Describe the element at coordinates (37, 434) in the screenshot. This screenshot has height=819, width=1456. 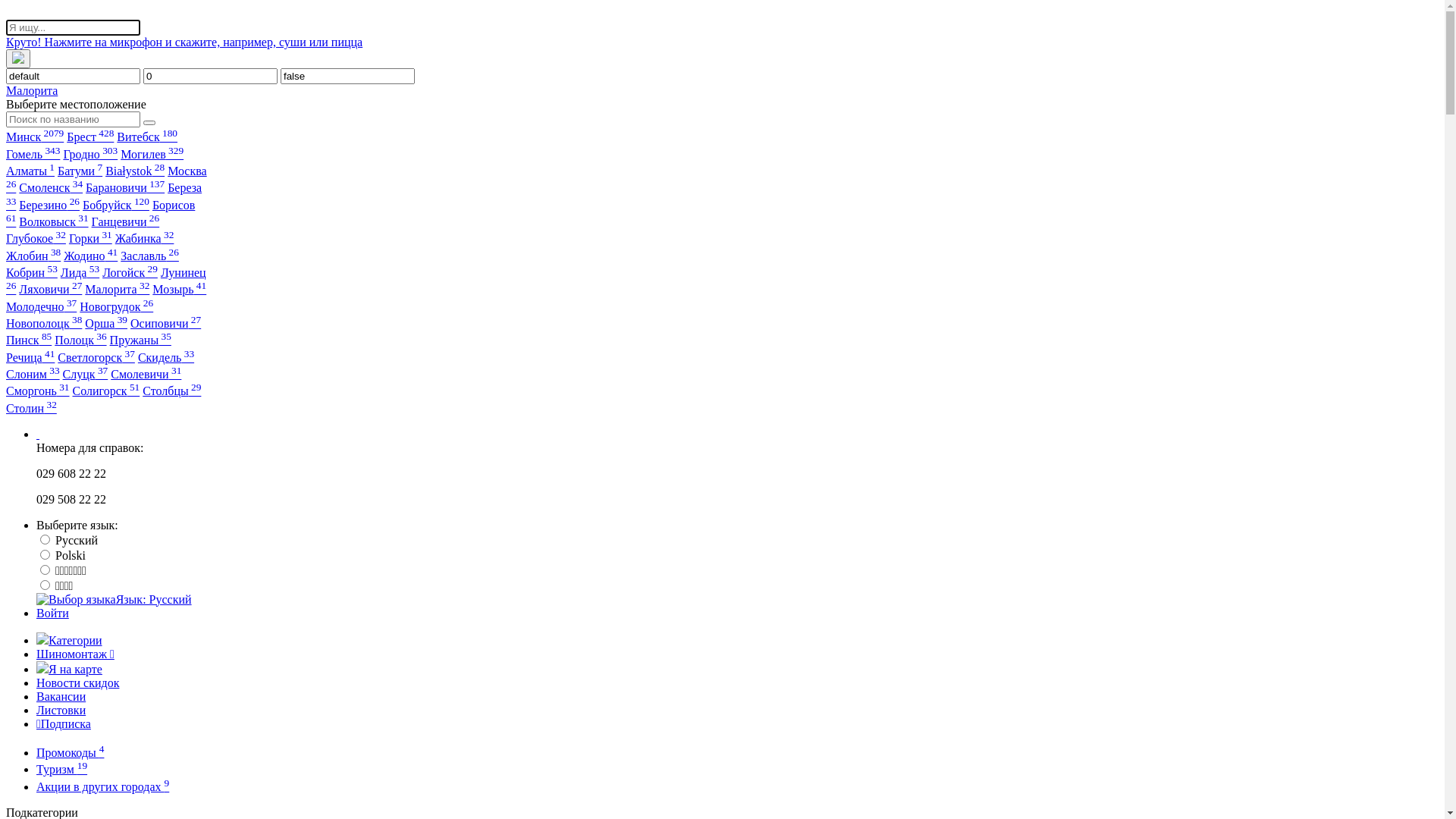
I see `' '` at that location.